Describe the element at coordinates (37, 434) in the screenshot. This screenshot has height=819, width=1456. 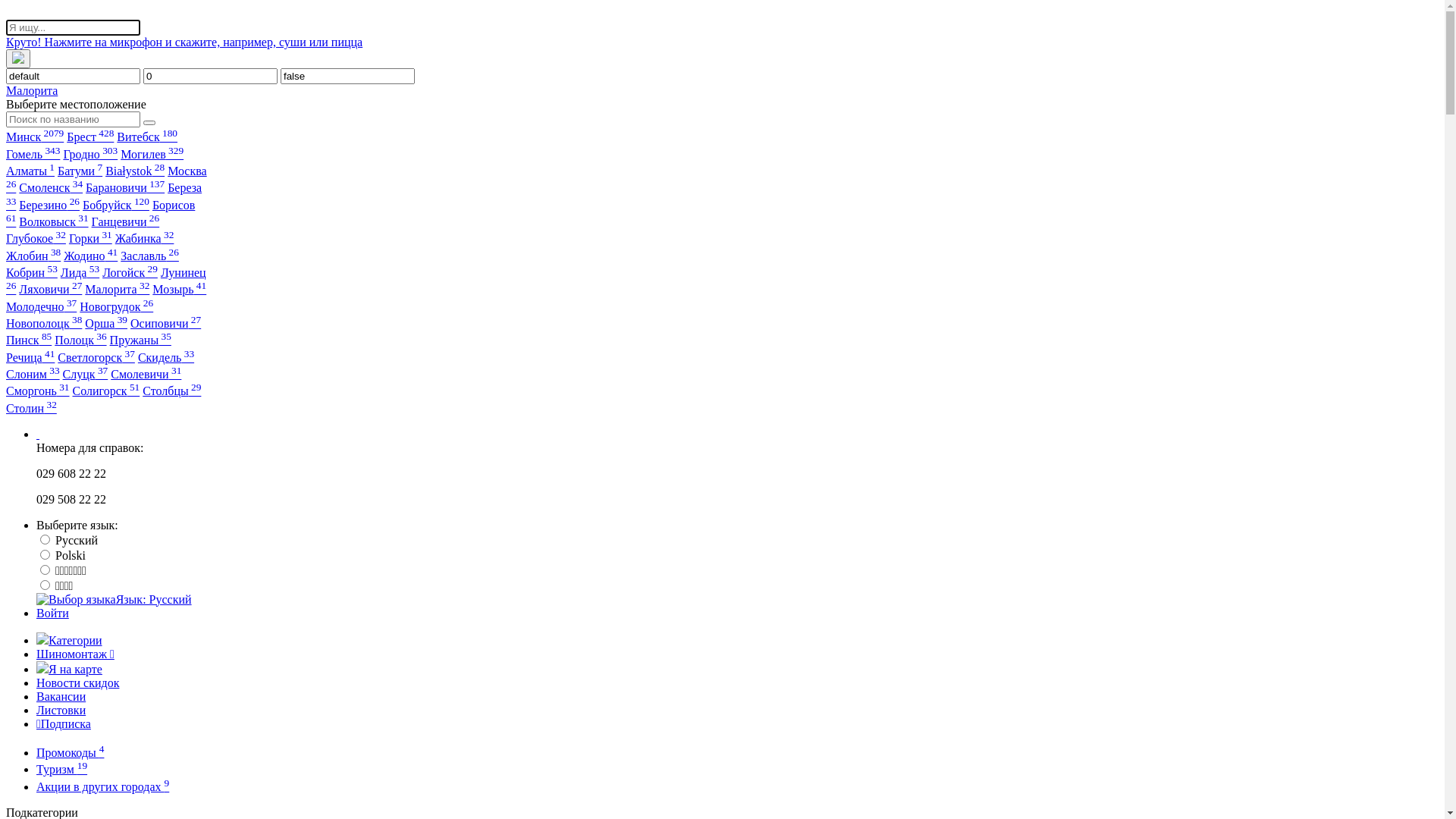
I see `' '` at that location.